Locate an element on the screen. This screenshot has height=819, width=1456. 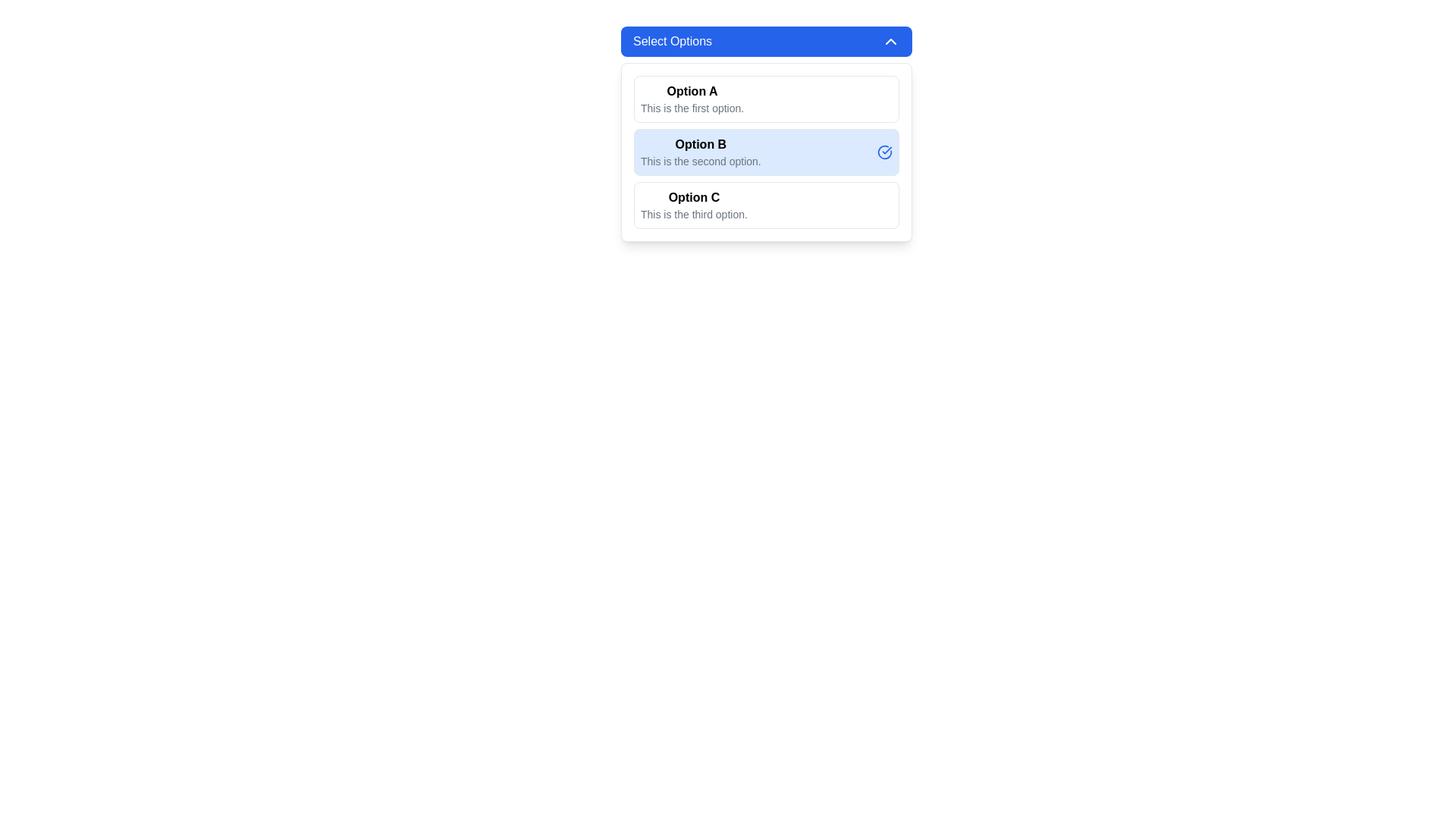
the static text element that provides additional descriptive information related to 'Option A', located below 'Option A' in the 'Select Options' section is located at coordinates (692, 107).